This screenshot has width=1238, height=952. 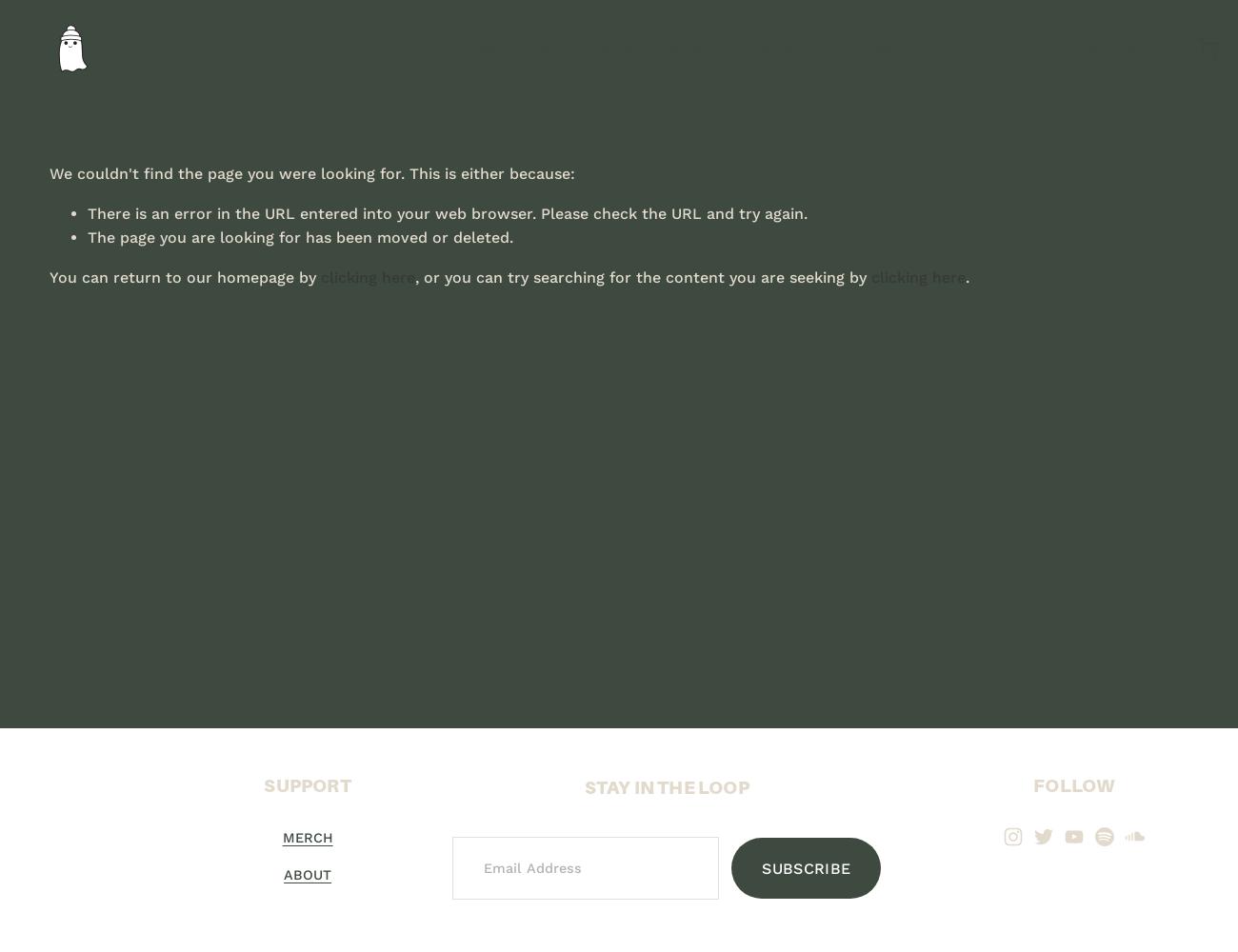 I want to click on 'FOLLOW', so click(x=1031, y=784).